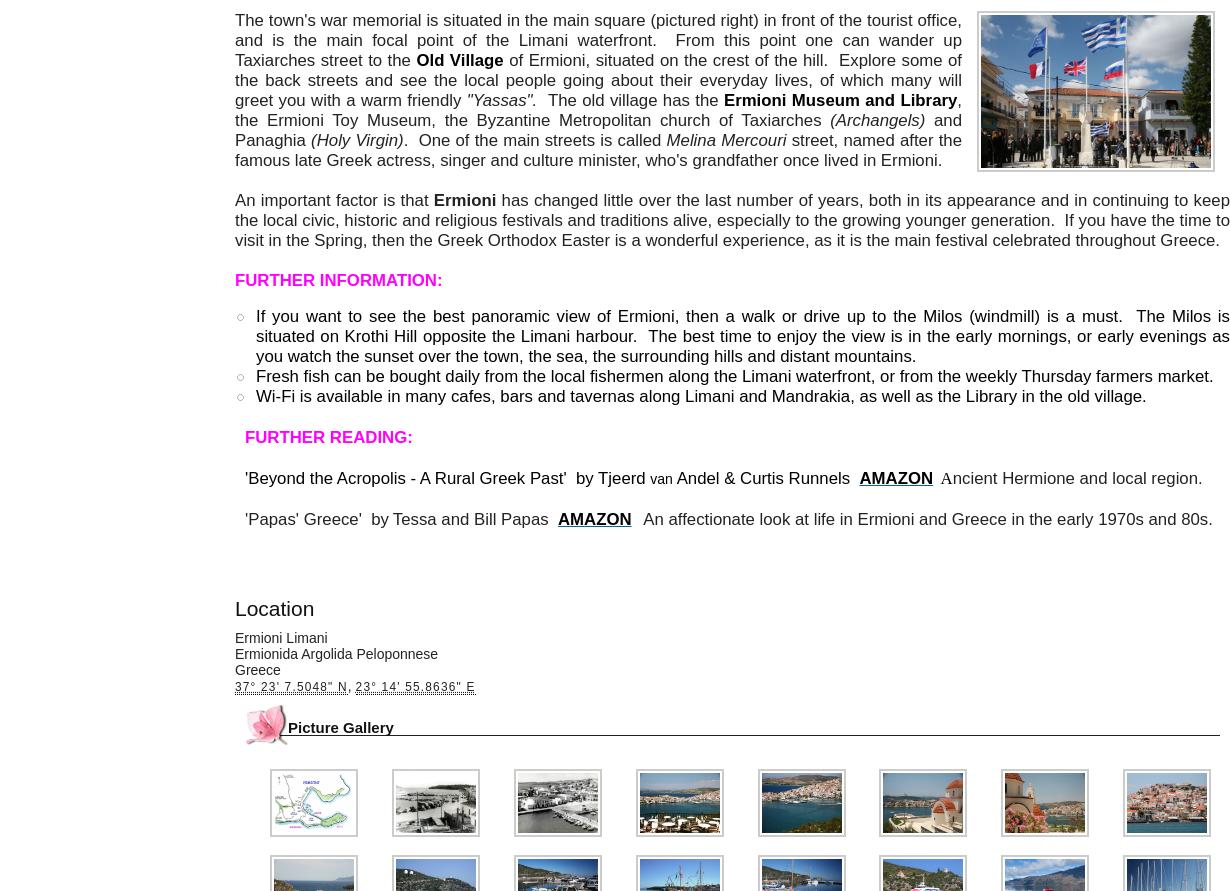  What do you see at coordinates (700, 396) in the screenshot?
I see `'Wi-Fi is available in many cafes, bars and tavernas along Limani and Mandrakia, as well as the Library in the old village.'` at bounding box center [700, 396].